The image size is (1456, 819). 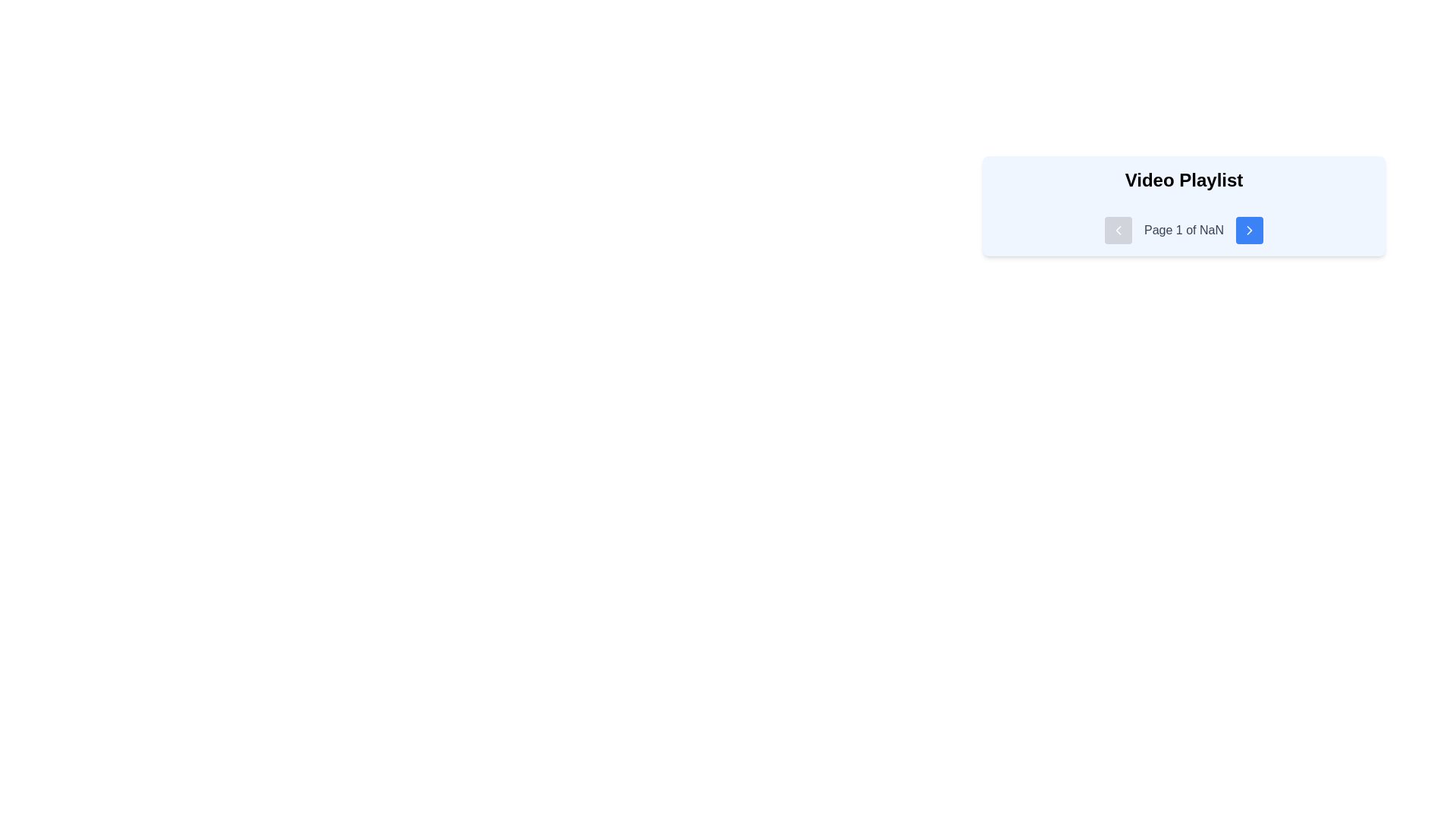 What do you see at coordinates (1249, 231) in the screenshot?
I see `the right-pointing chevron icon styled with a 2px stroke and rounded edges, located within the blue rectangular button in the right part of the 'Video Playlist' panel` at bounding box center [1249, 231].